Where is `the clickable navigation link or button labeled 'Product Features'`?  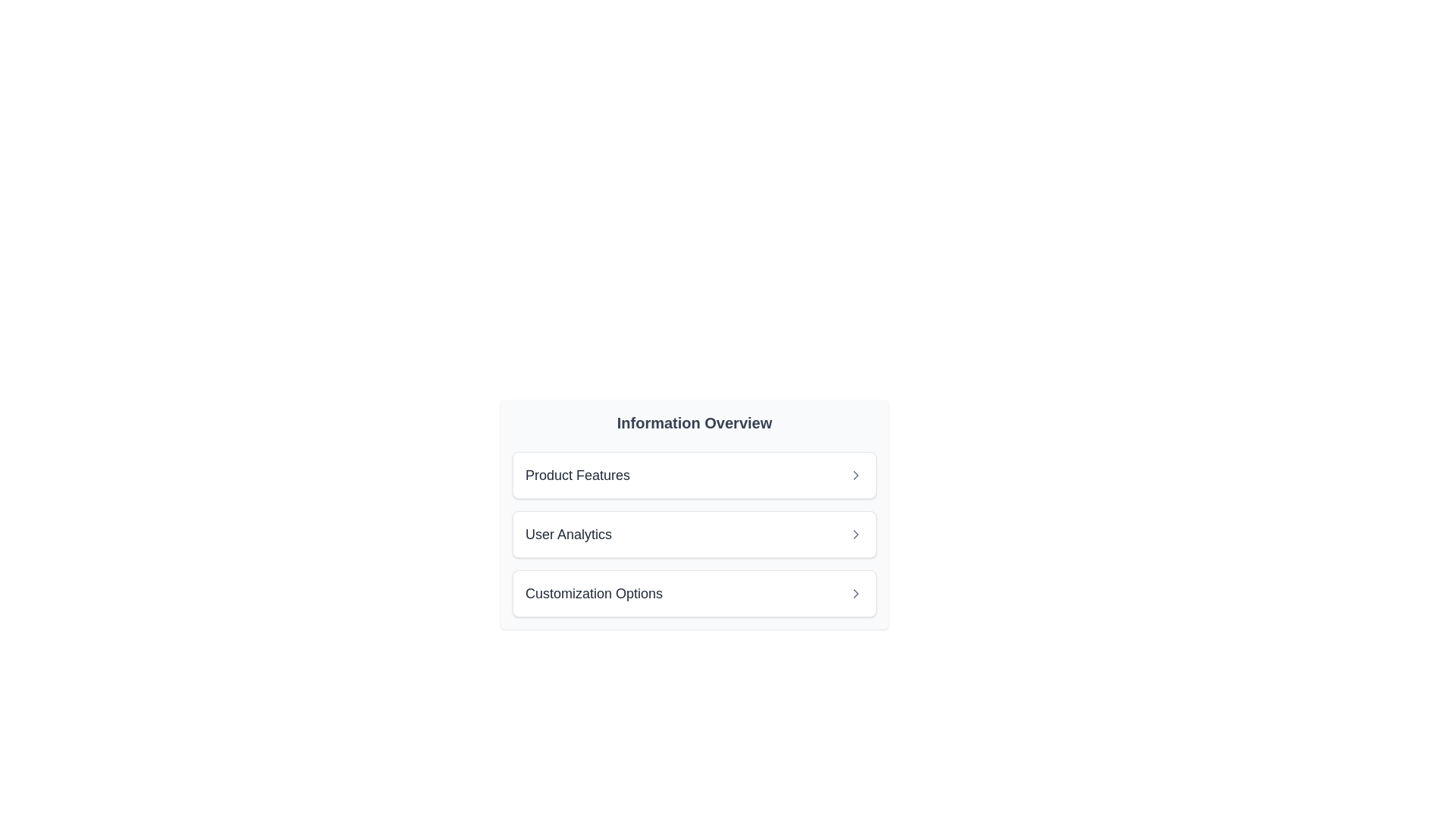
the clickable navigation link or button labeled 'Product Features' is located at coordinates (694, 475).